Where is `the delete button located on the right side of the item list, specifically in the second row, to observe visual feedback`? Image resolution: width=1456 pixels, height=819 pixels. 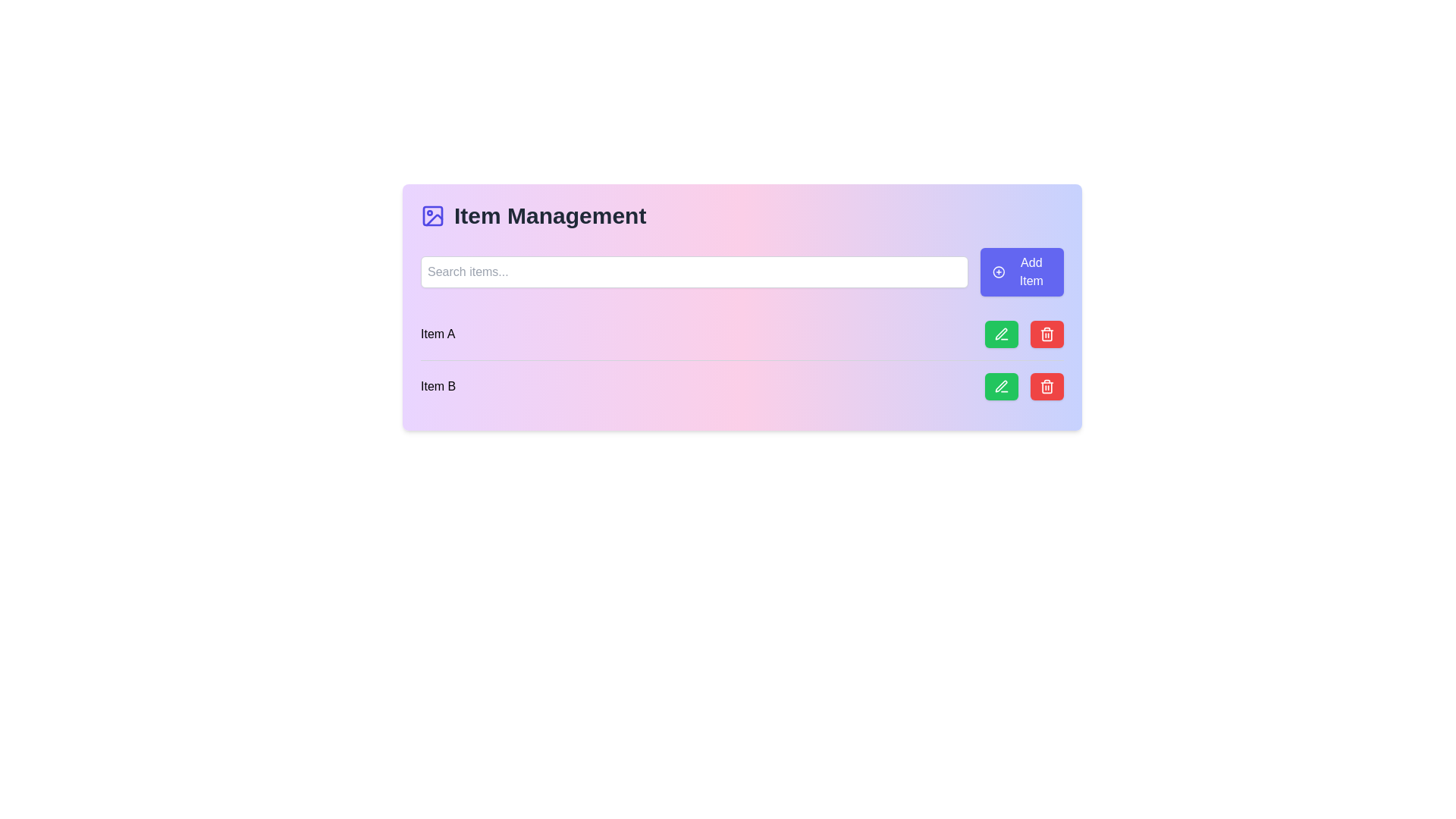
the delete button located on the right side of the item list, specifically in the second row, to observe visual feedback is located at coordinates (1046, 385).